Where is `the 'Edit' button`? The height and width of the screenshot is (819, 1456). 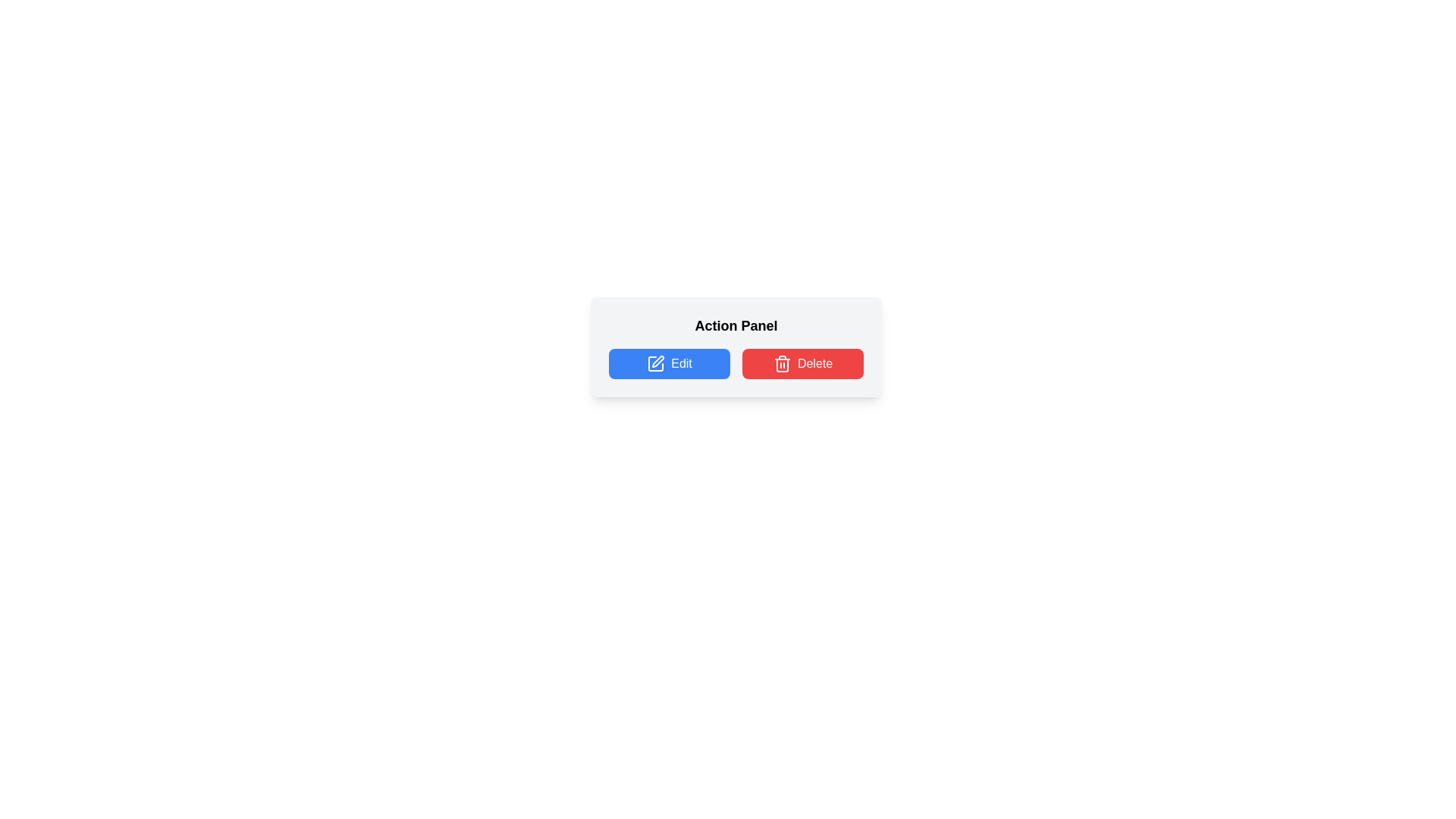
the 'Edit' button is located at coordinates (669, 363).